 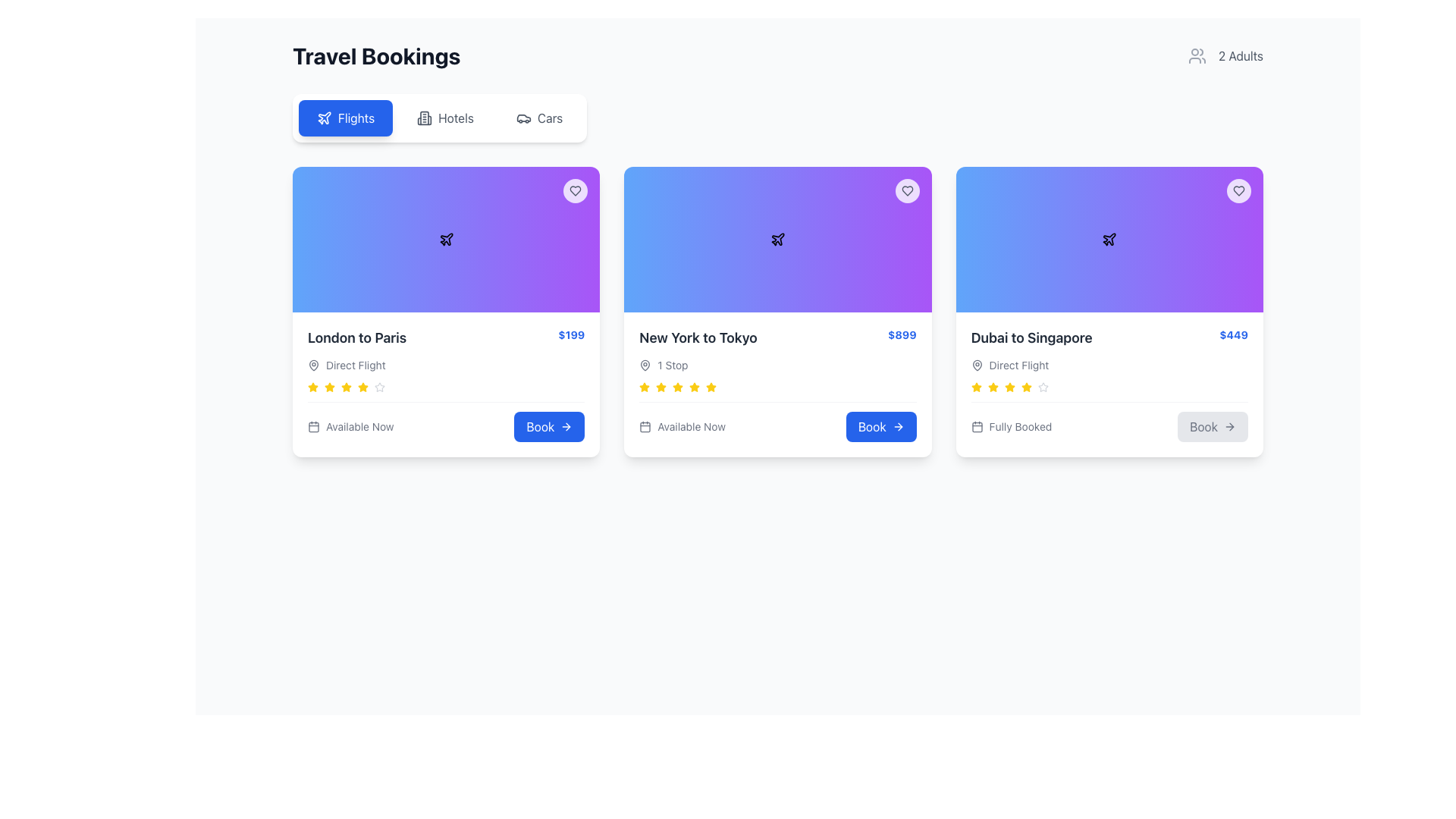 I want to click on availability status from the 'Available Now' text label located in the bottom-left corner of the 'London to Paris' panel, above the 'Book' button, so click(x=350, y=427).